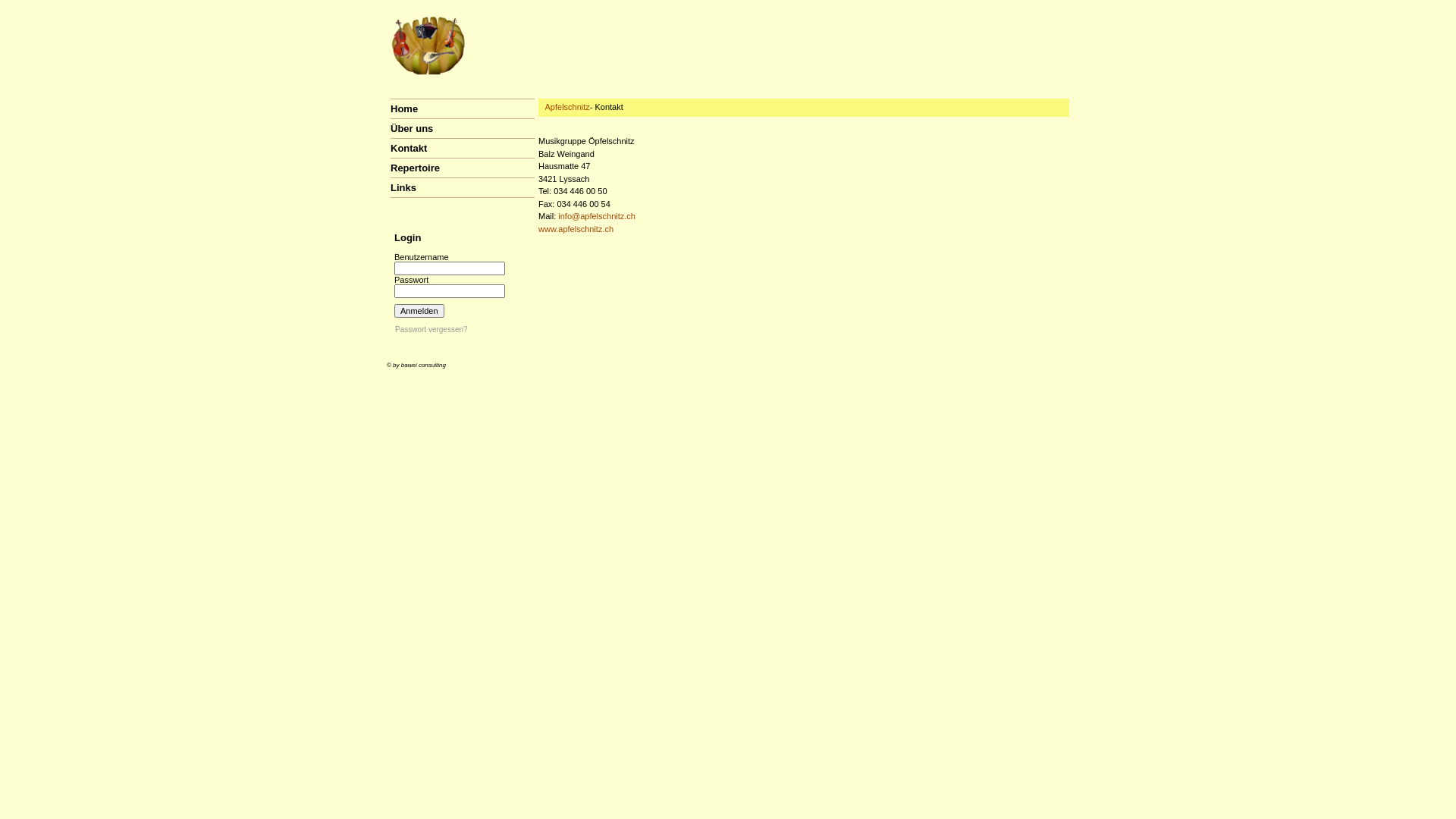  I want to click on ' ', so click(386, 196).